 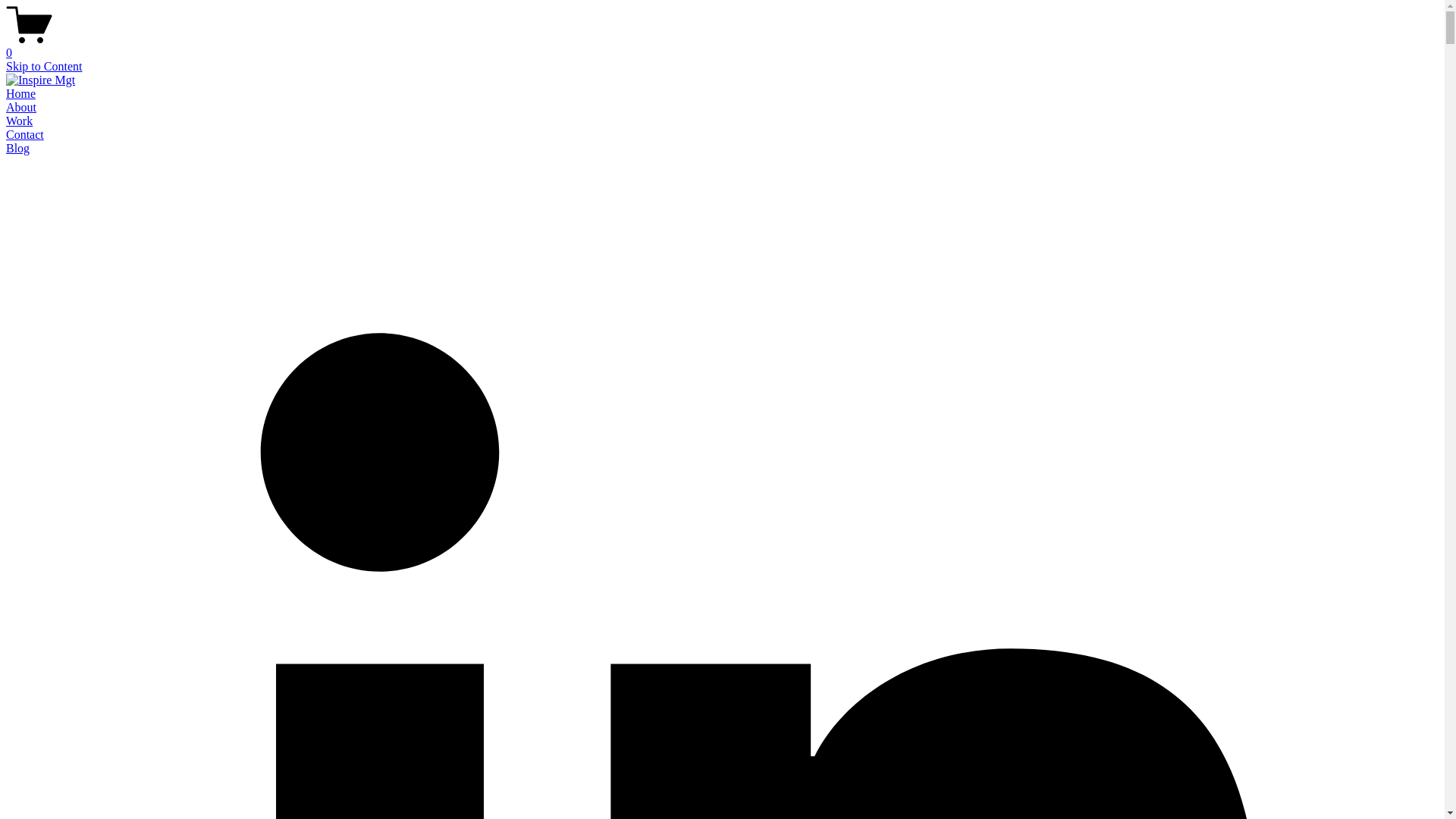 What do you see at coordinates (17, 148) in the screenshot?
I see `'Blog'` at bounding box center [17, 148].